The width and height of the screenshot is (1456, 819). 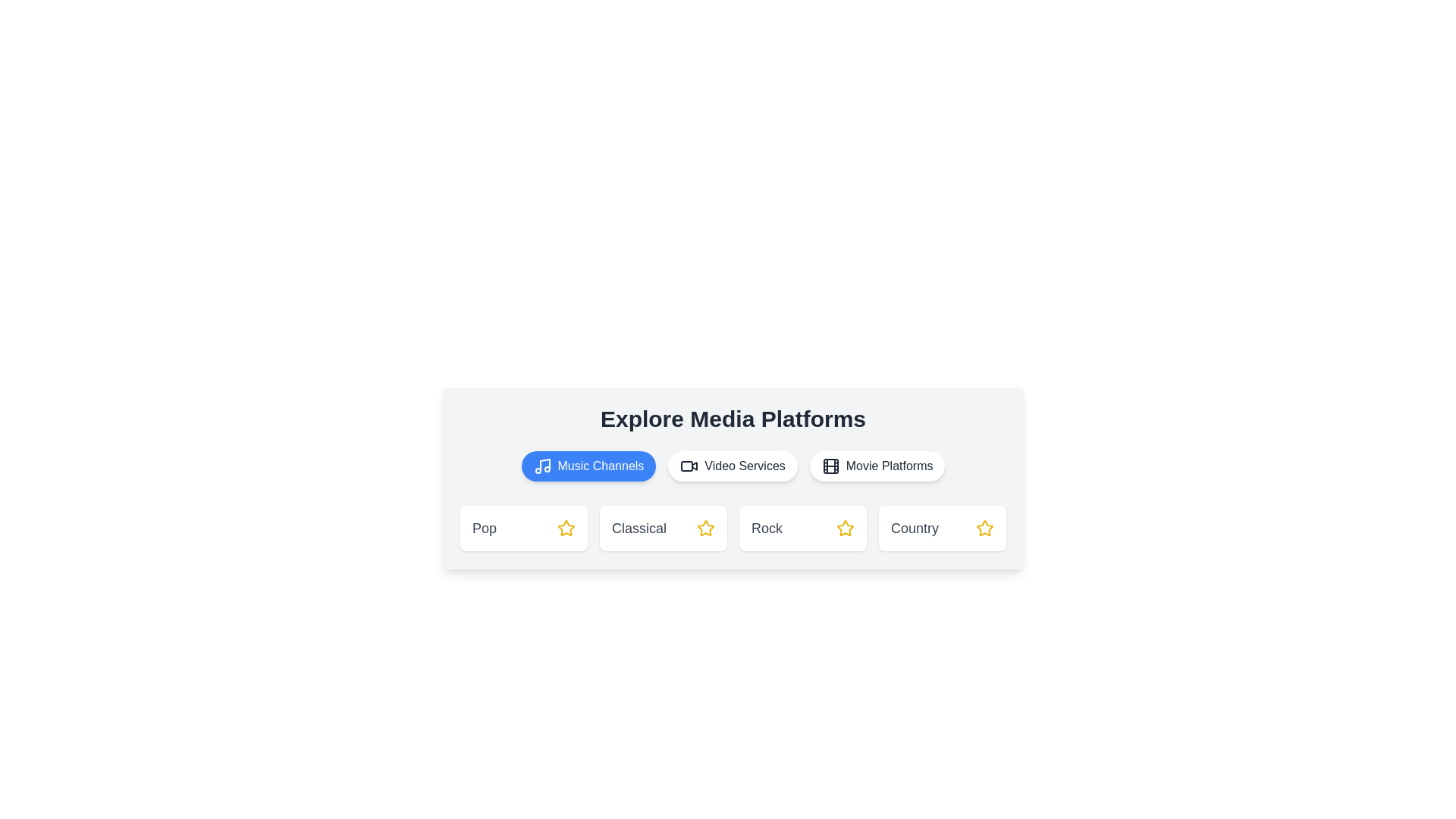 What do you see at coordinates (663, 528) in the screenshot?
I see `the 'Classical' Content Card in the music genres grid` at bounding box center [663, 528].